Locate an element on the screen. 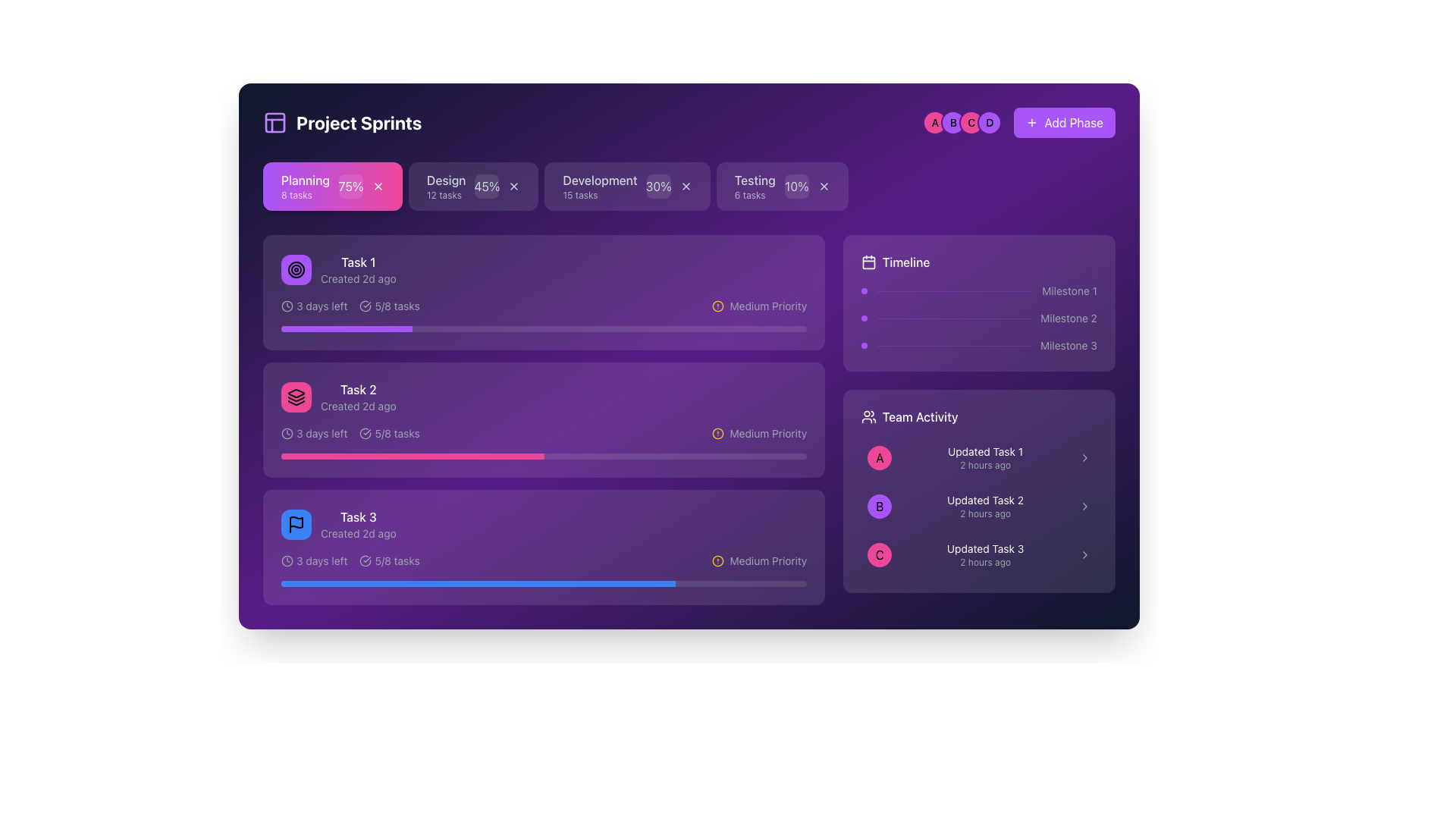  the button that enables the user to add a new phase to the project, located at the top-right corner adjacent to circular icons labeled 'A', 'B', 'C', and 'D' is located at coordinates (1064, 122).